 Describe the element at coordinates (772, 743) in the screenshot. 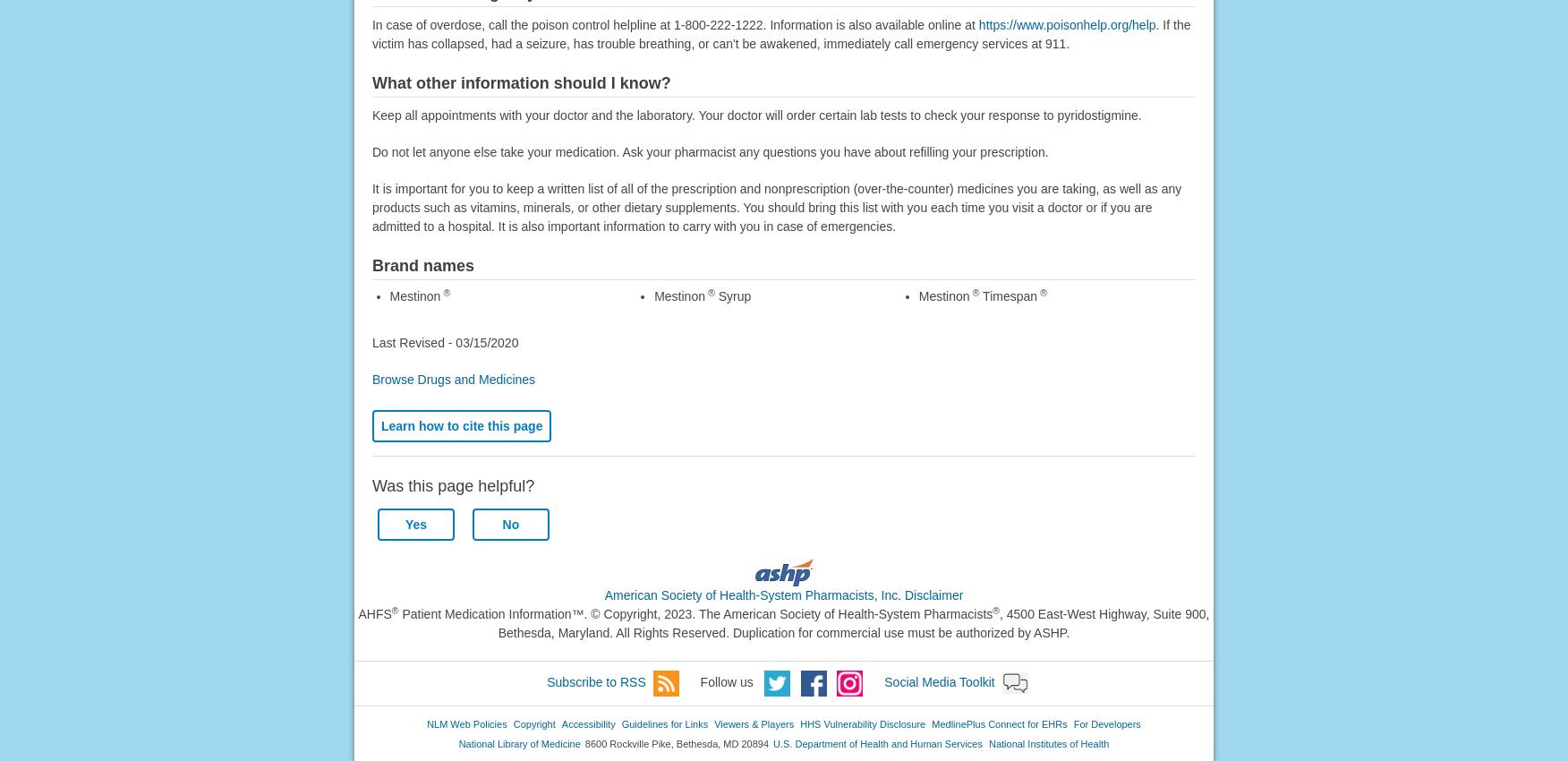

I see `'U.S. Department of Health and Human Services'` at that location.